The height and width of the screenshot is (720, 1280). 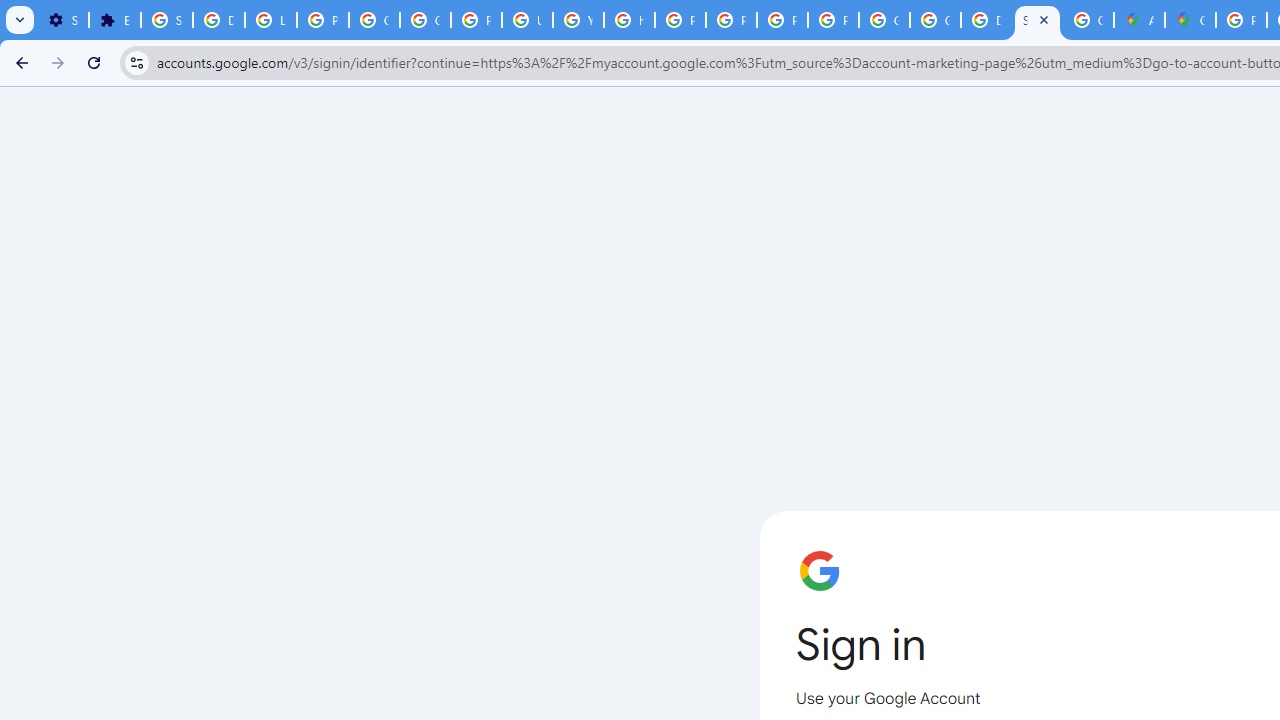 What do you see at coordinates (577, 20) in the screenshot?
I see `'YouTube'` at bounding box center [577, 20].